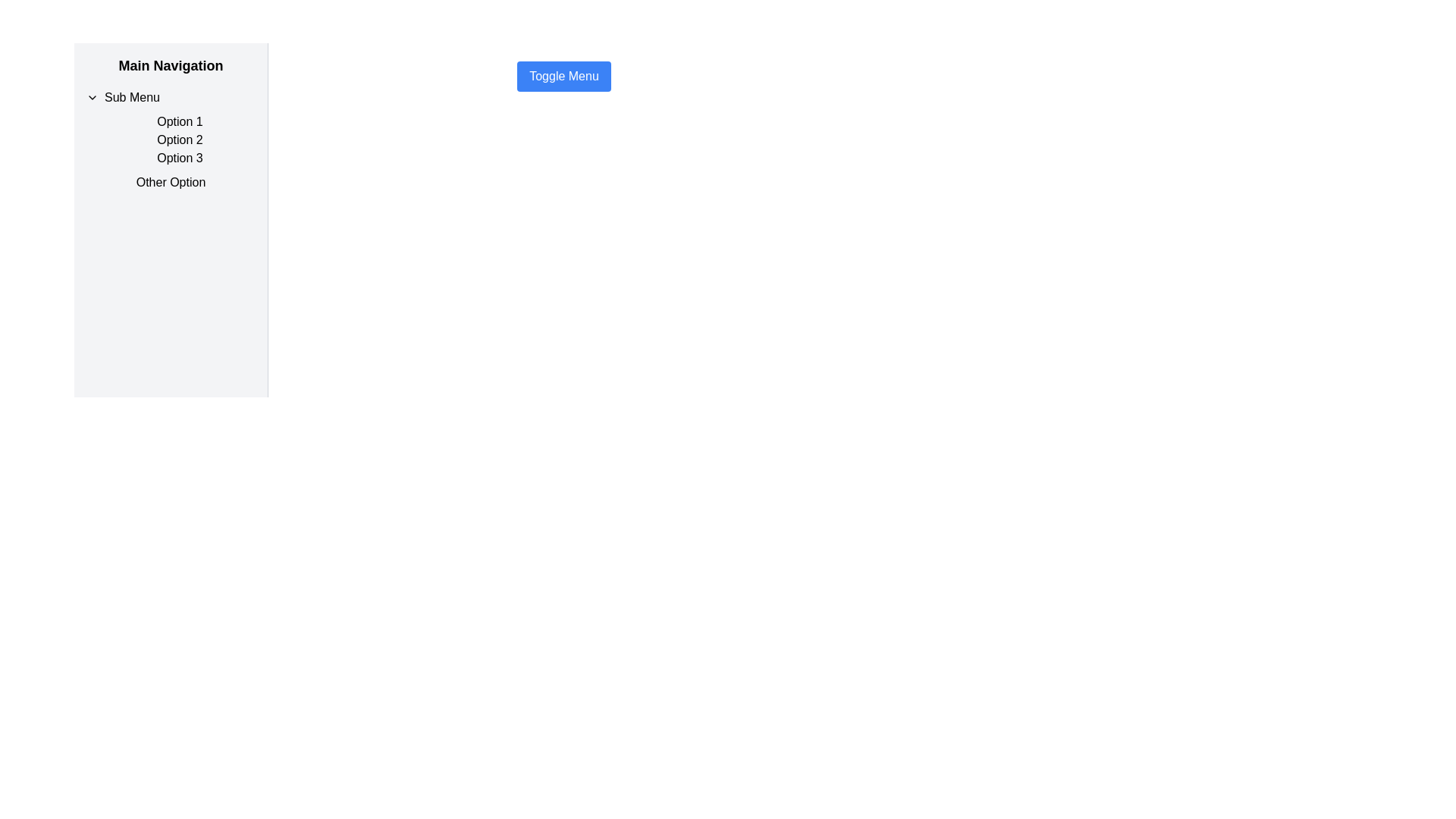  I want to click on the 'Toggle Menu' button, which has a blue background, white text, and rounded corners, so click(563, 76).